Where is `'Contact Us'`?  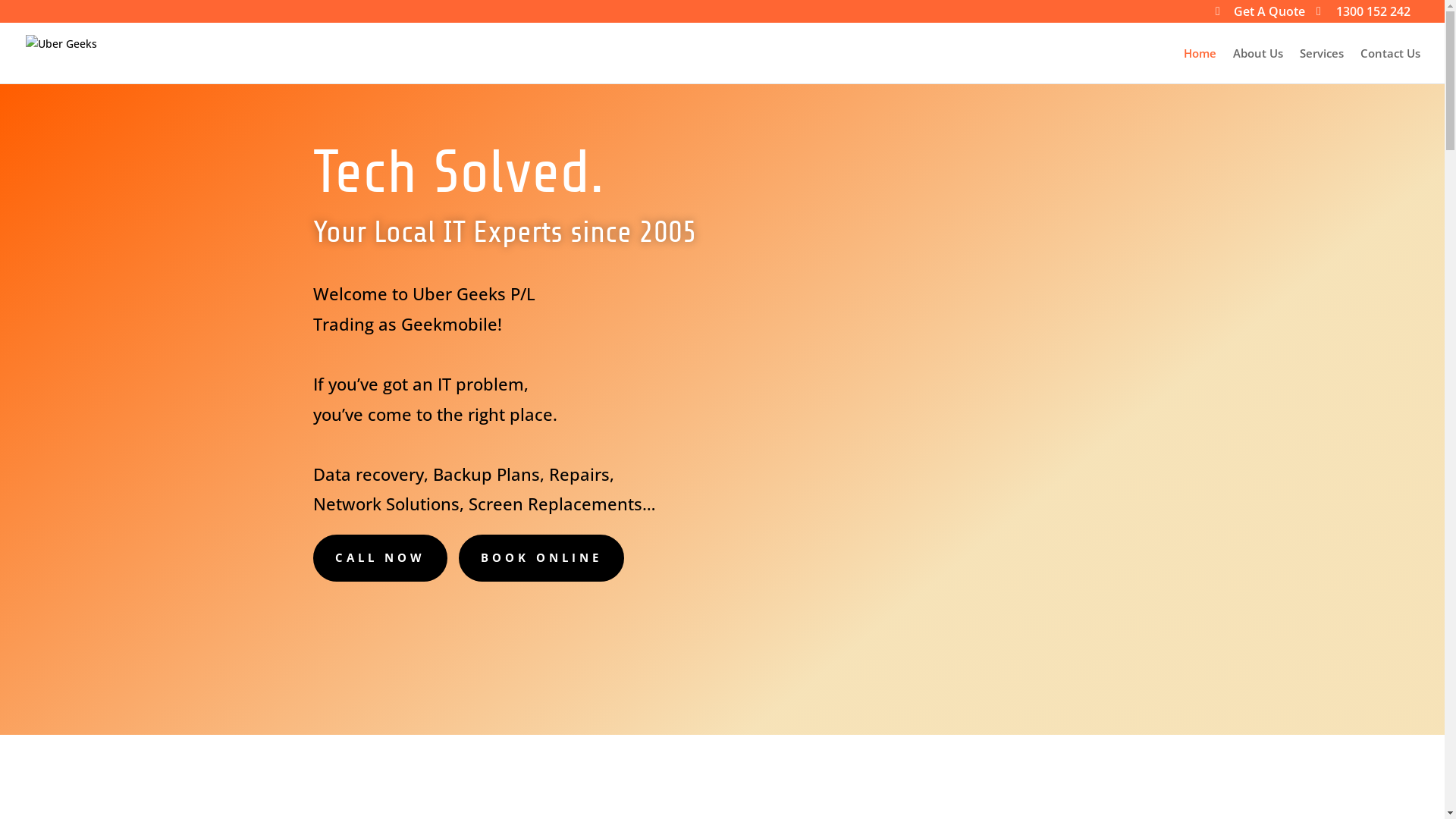 'Contact Us' is located at coordinates (1390, 64).